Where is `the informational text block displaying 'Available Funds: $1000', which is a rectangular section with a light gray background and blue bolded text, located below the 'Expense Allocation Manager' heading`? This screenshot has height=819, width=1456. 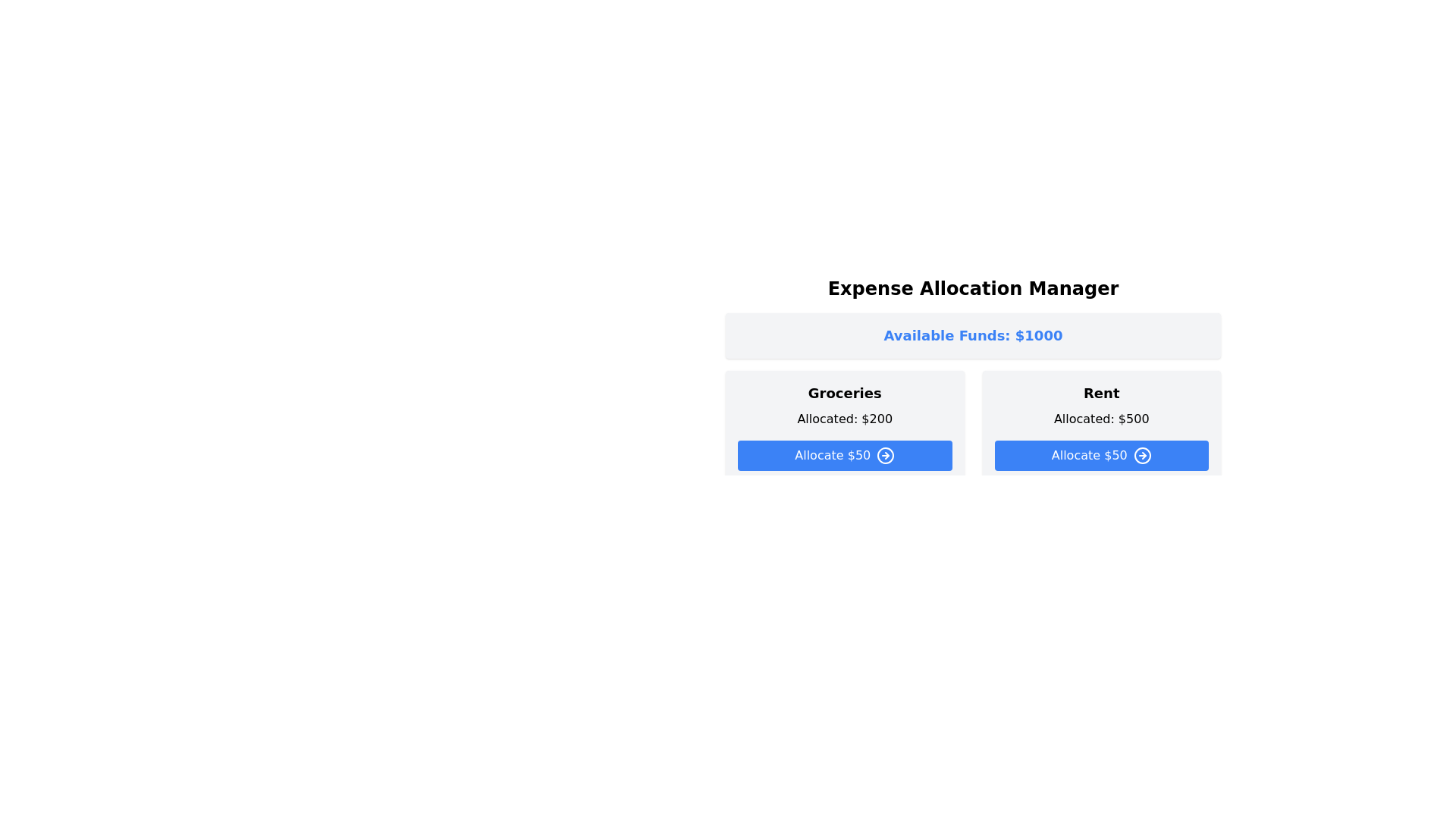
the informational text block displaying 'Available Funds: $1000', which is a rectangular section with a light gray background and blue bolded text, located below the 'Expense Allocation Manager' heading is located at coordinates (973, 335).